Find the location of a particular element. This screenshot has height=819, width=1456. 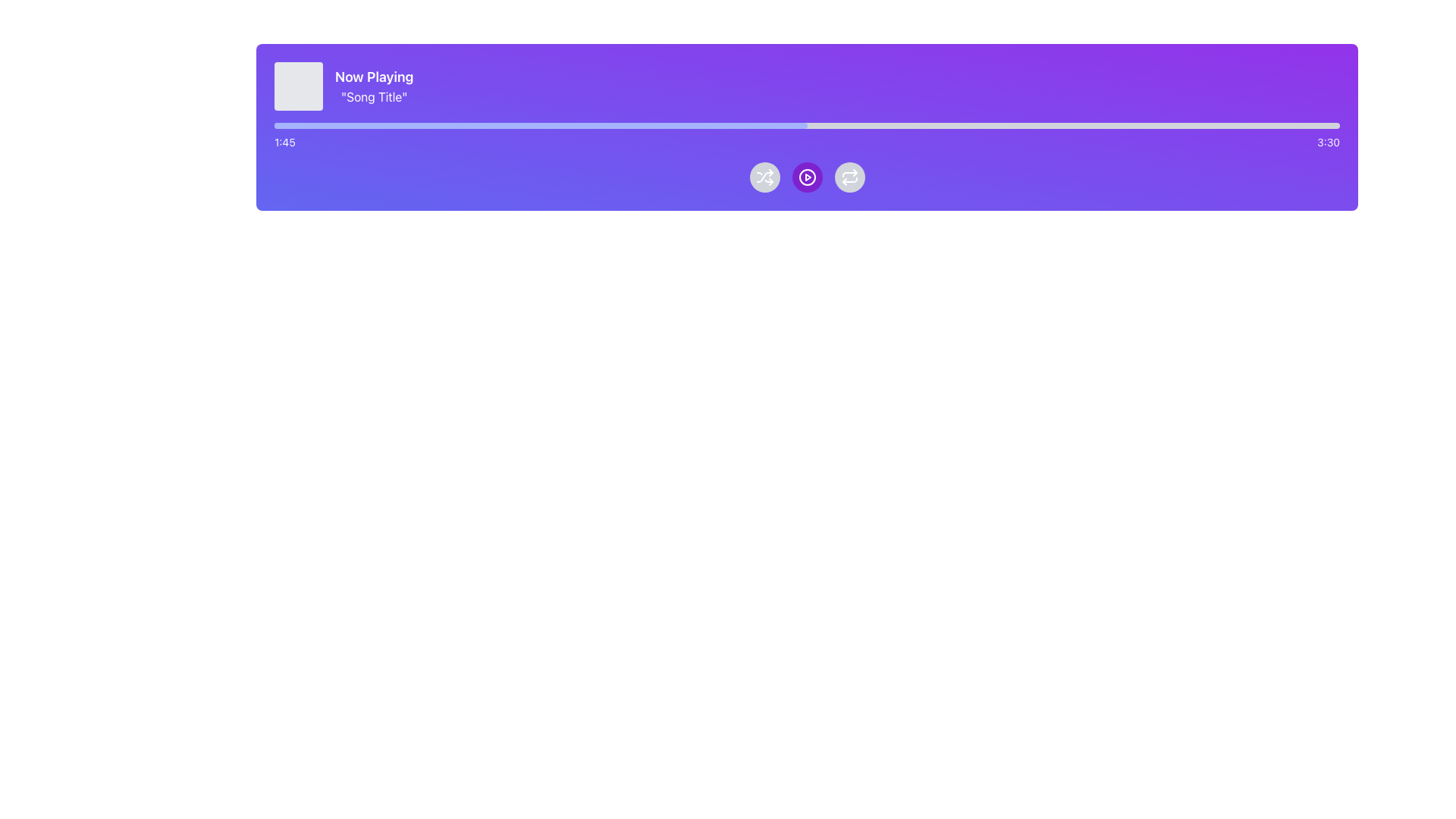

playback progress is located at coordinates (337, 124).